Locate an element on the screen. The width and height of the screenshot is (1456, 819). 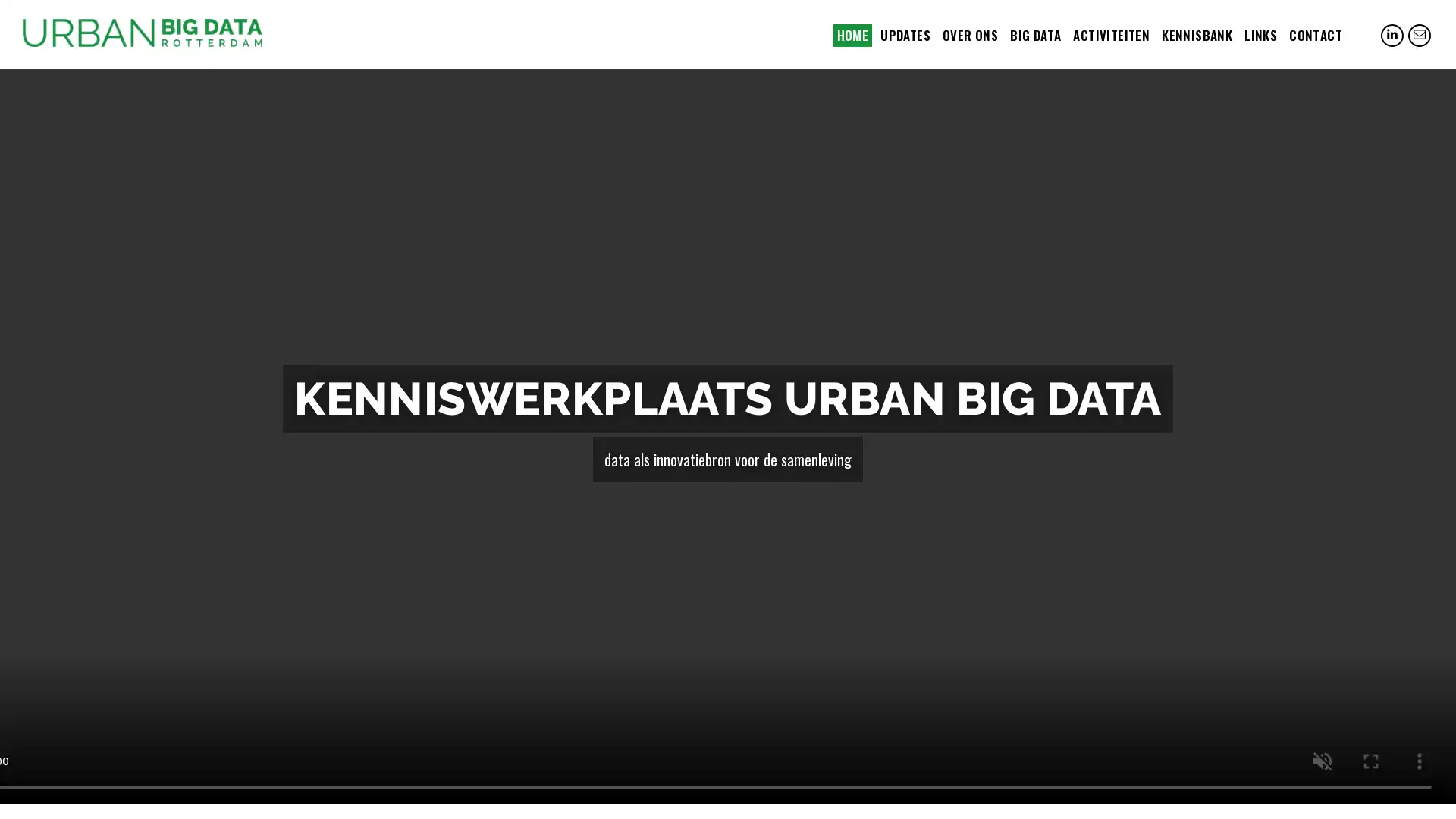
enter full screen is located at coordinates (1371, 761).